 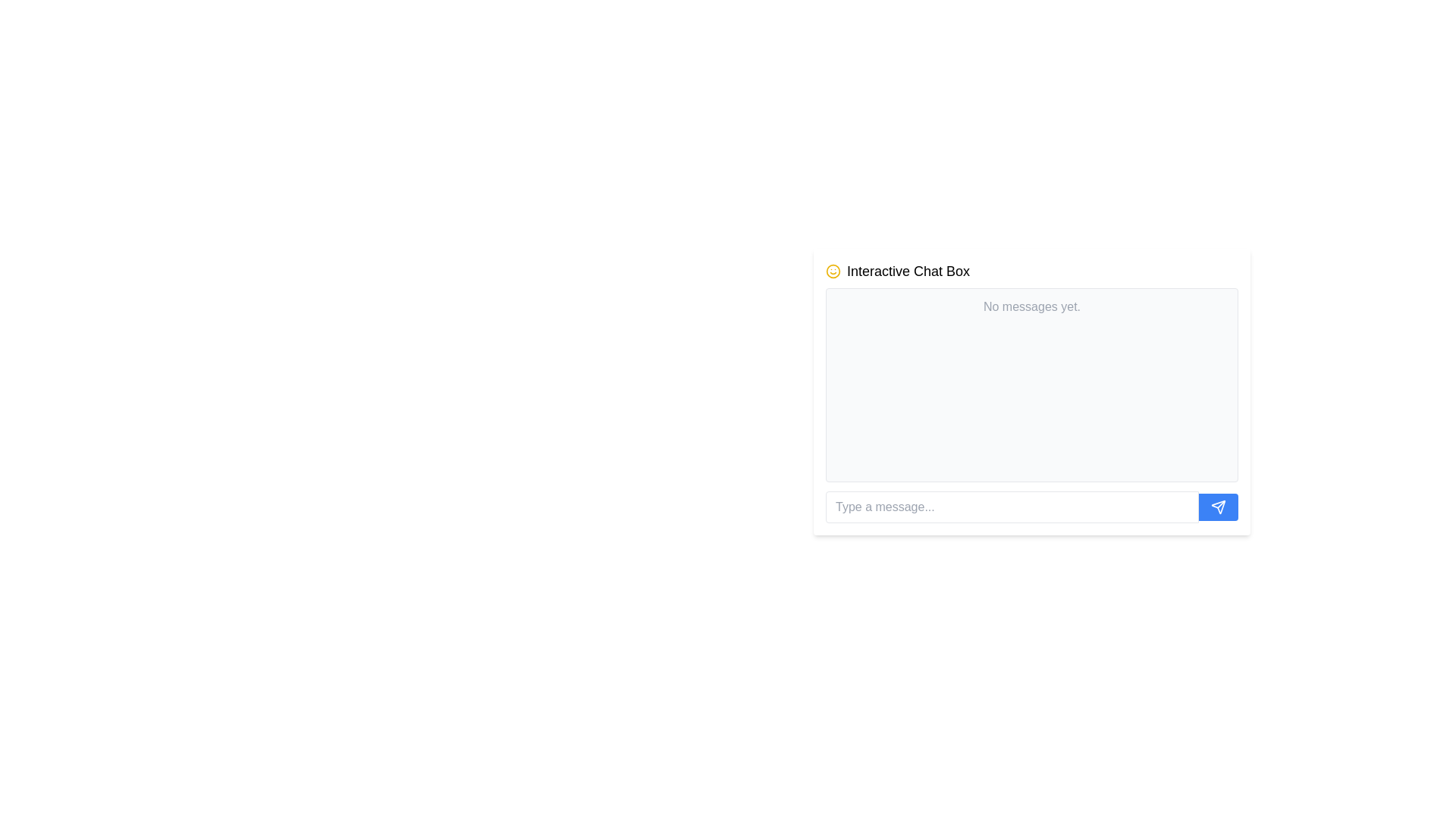 What do you see at coordinates (1219, 507) in the screenshot?
I see `the 'send' button icon located at the bottom-right corner of the chat interface` at bounding box center [1219, 507].